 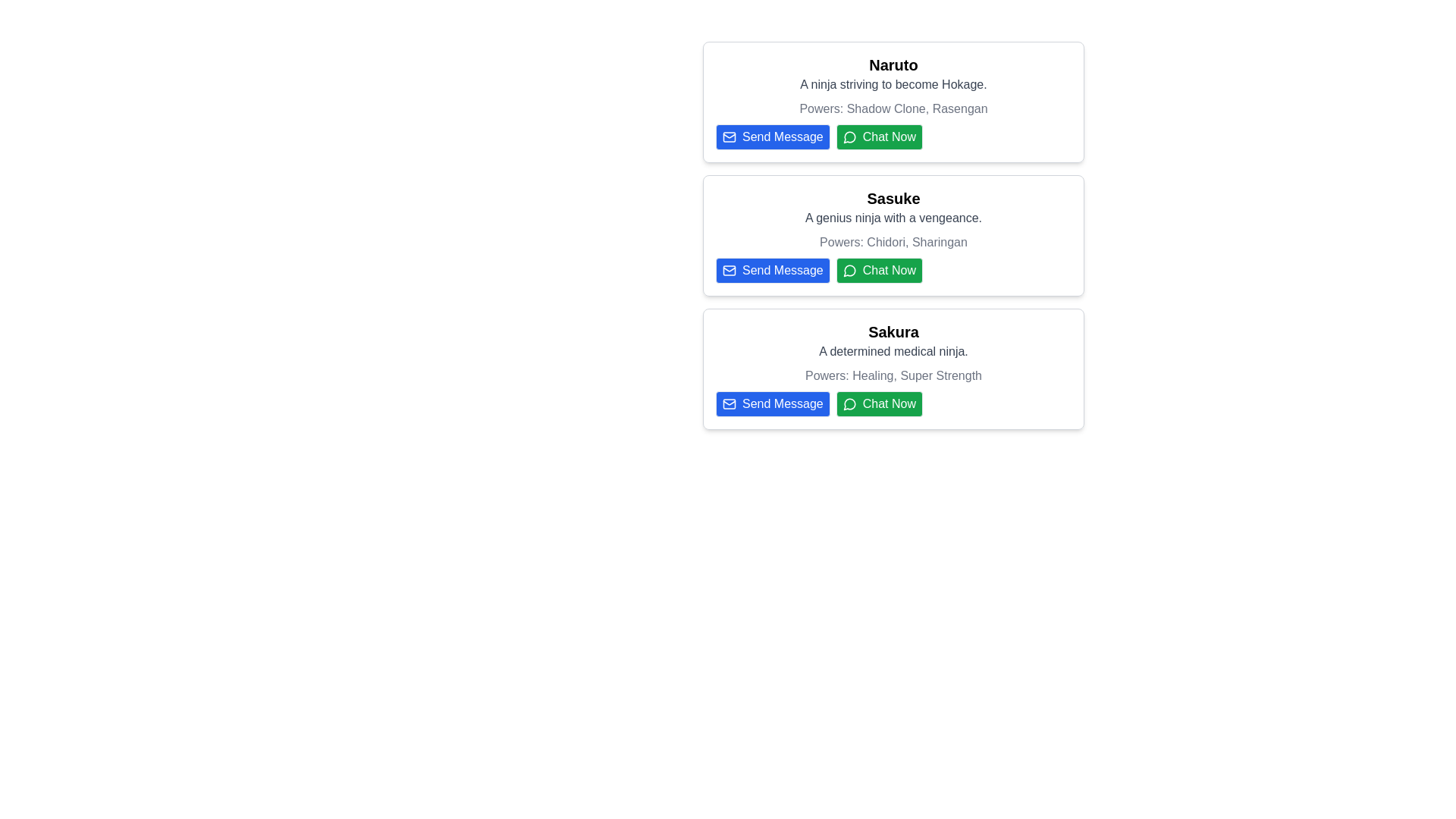 What do you see at coordinates (729, 137) in the screenshot?
I see `the blue rounded rectangle that forms the body of the envelope icon within the 'Send Message' button under the user card labeled 'Naruto'` at bounding box center [729, 137].